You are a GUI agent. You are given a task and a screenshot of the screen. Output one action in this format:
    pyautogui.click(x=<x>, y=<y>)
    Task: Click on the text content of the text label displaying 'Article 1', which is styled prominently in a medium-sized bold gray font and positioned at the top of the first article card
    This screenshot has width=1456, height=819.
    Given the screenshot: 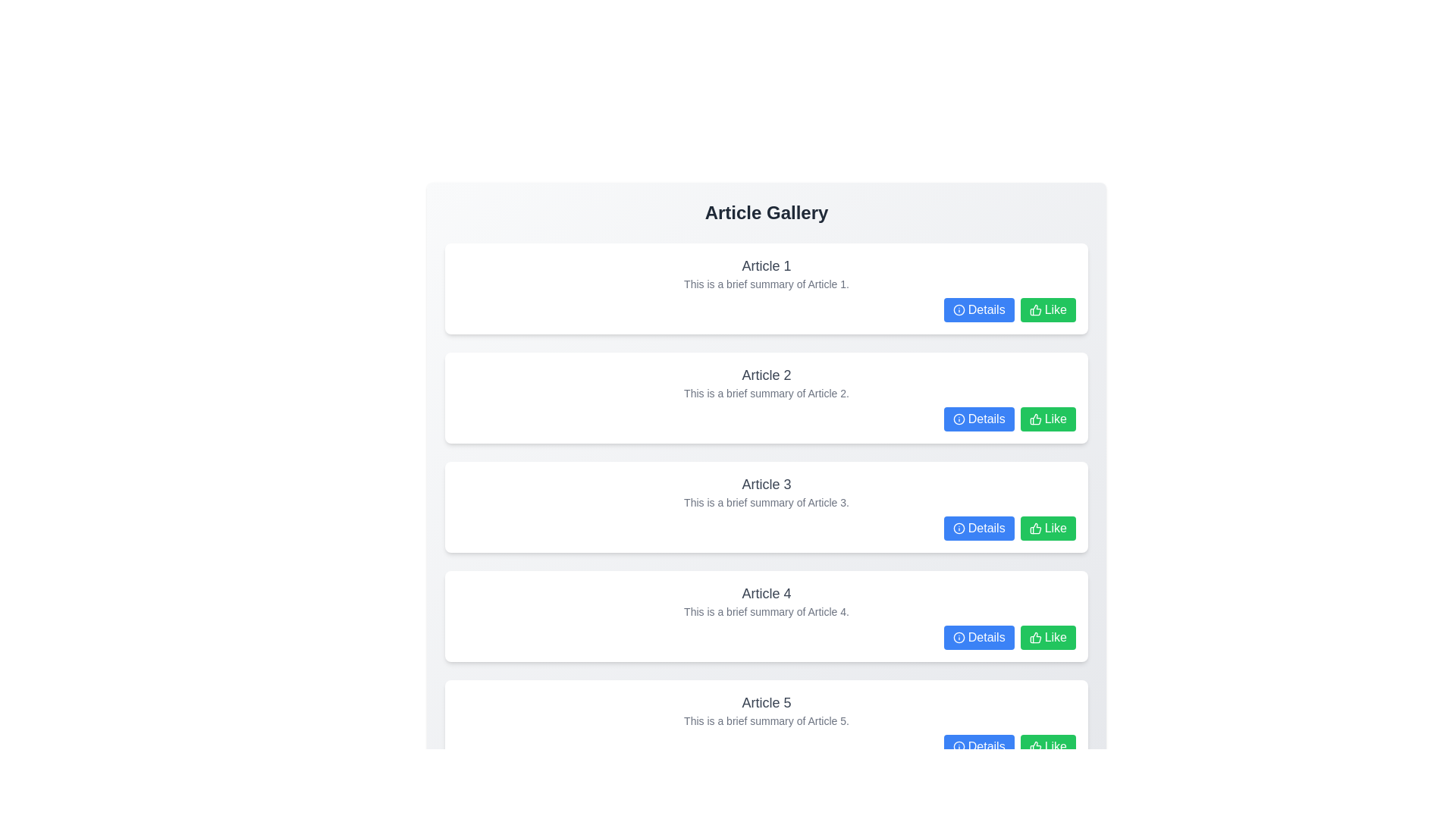 What is the action you would take?
    pyautogui.click(x=767, y=265)
    